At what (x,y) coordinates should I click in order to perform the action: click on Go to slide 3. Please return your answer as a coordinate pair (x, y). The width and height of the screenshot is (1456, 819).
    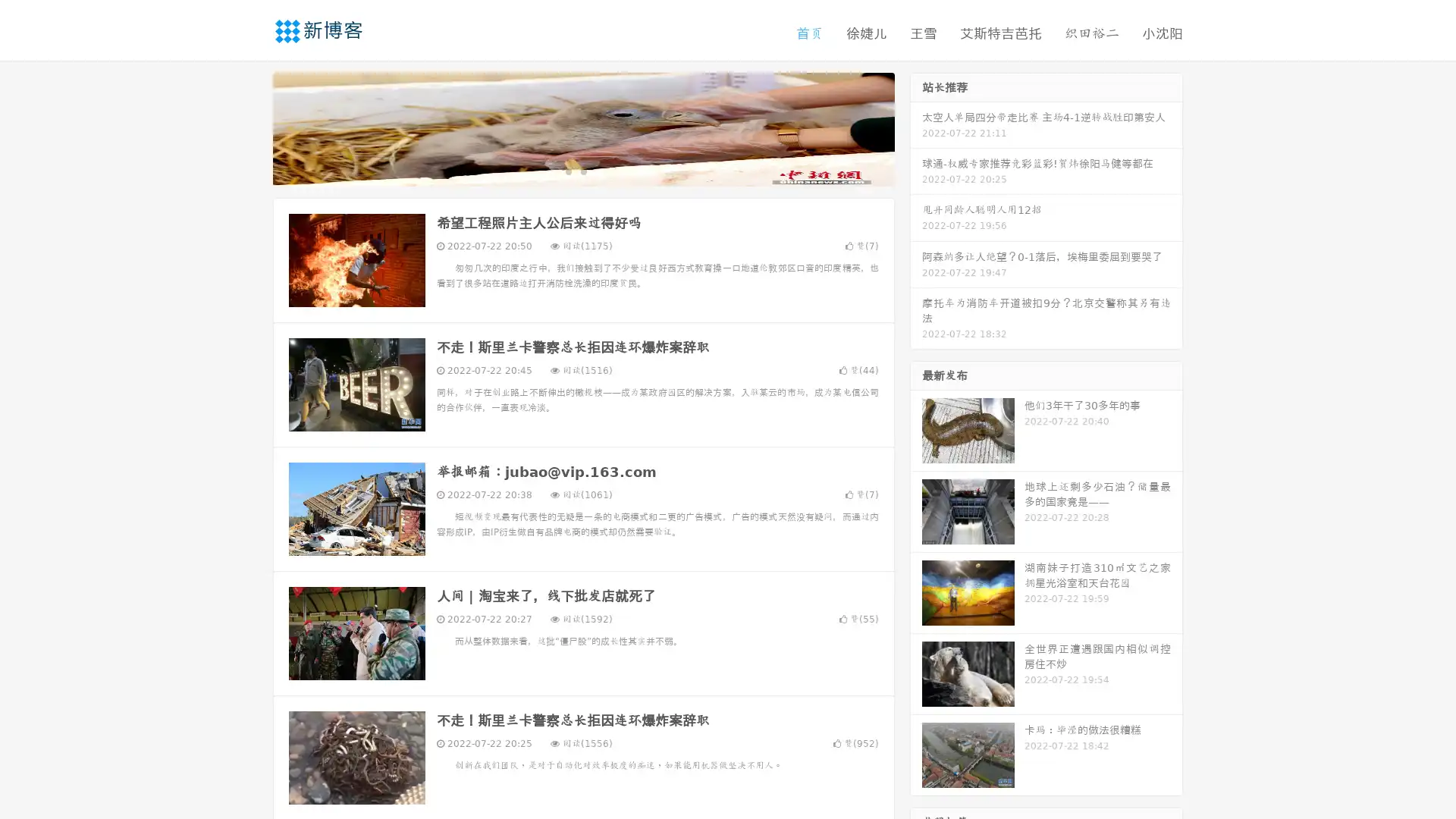
    Looking at the image, I should click on (598, 171).